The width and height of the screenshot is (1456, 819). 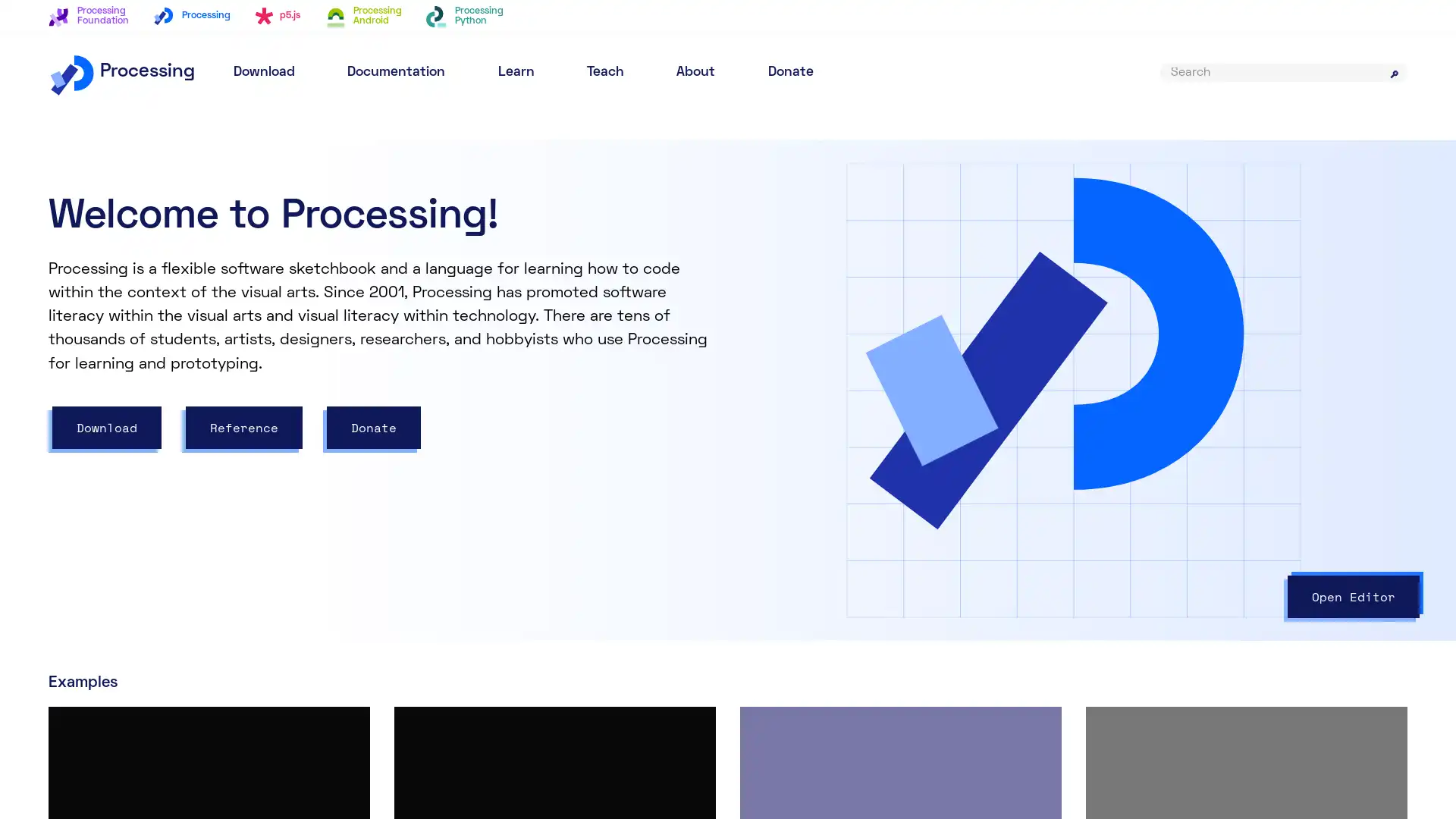 What do you see at coordinates (918, 416) in the screenshot?
I see `change position` at bounding box center [918, 416].